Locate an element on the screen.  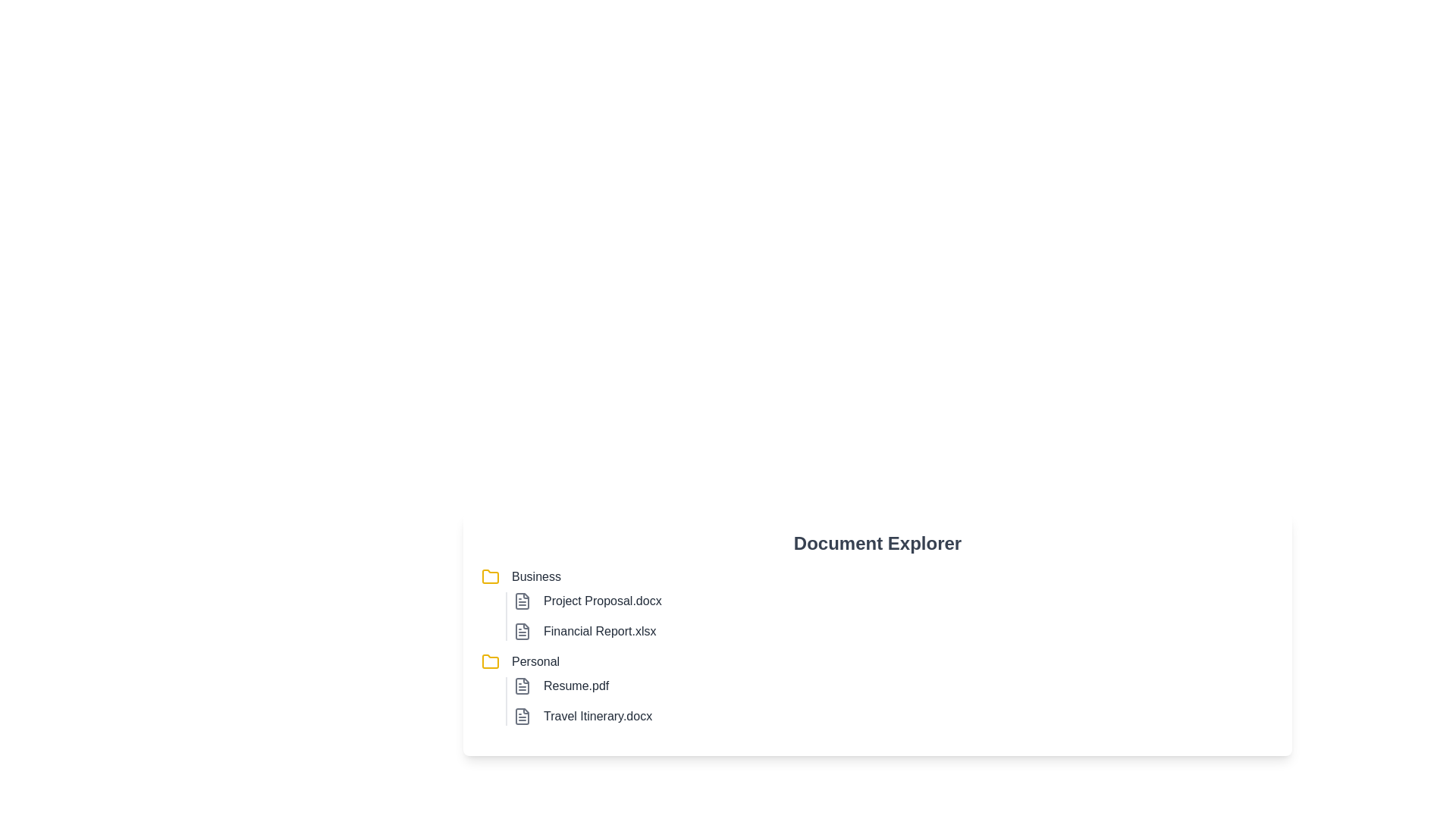
the small gray document icon located to the left of the text 'Project Proposal.docx' is located at coordinates (522, 601).